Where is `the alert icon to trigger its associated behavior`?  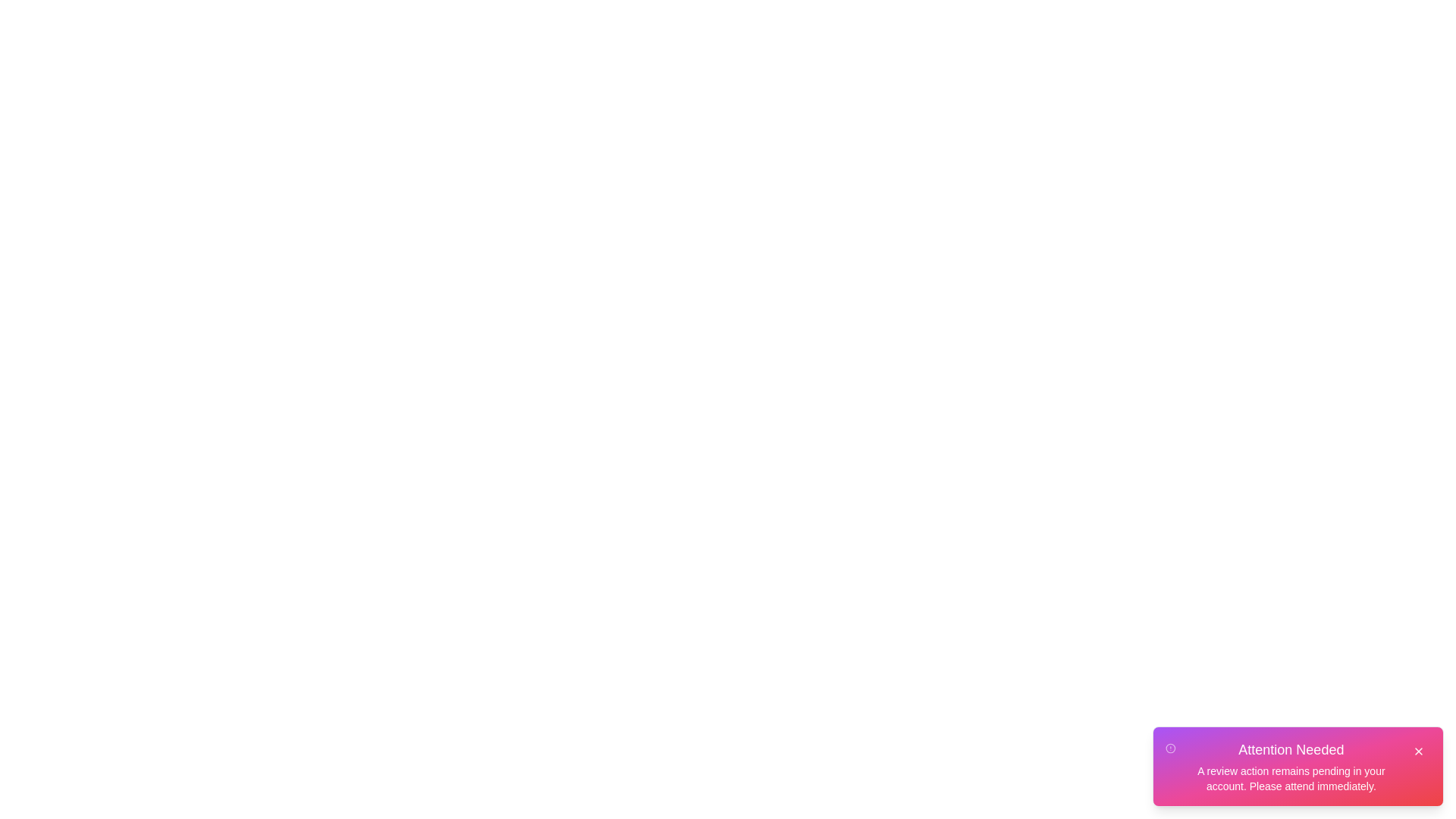 the alert icon to trigger its associated behavior is located at coordinates (1169, 748).